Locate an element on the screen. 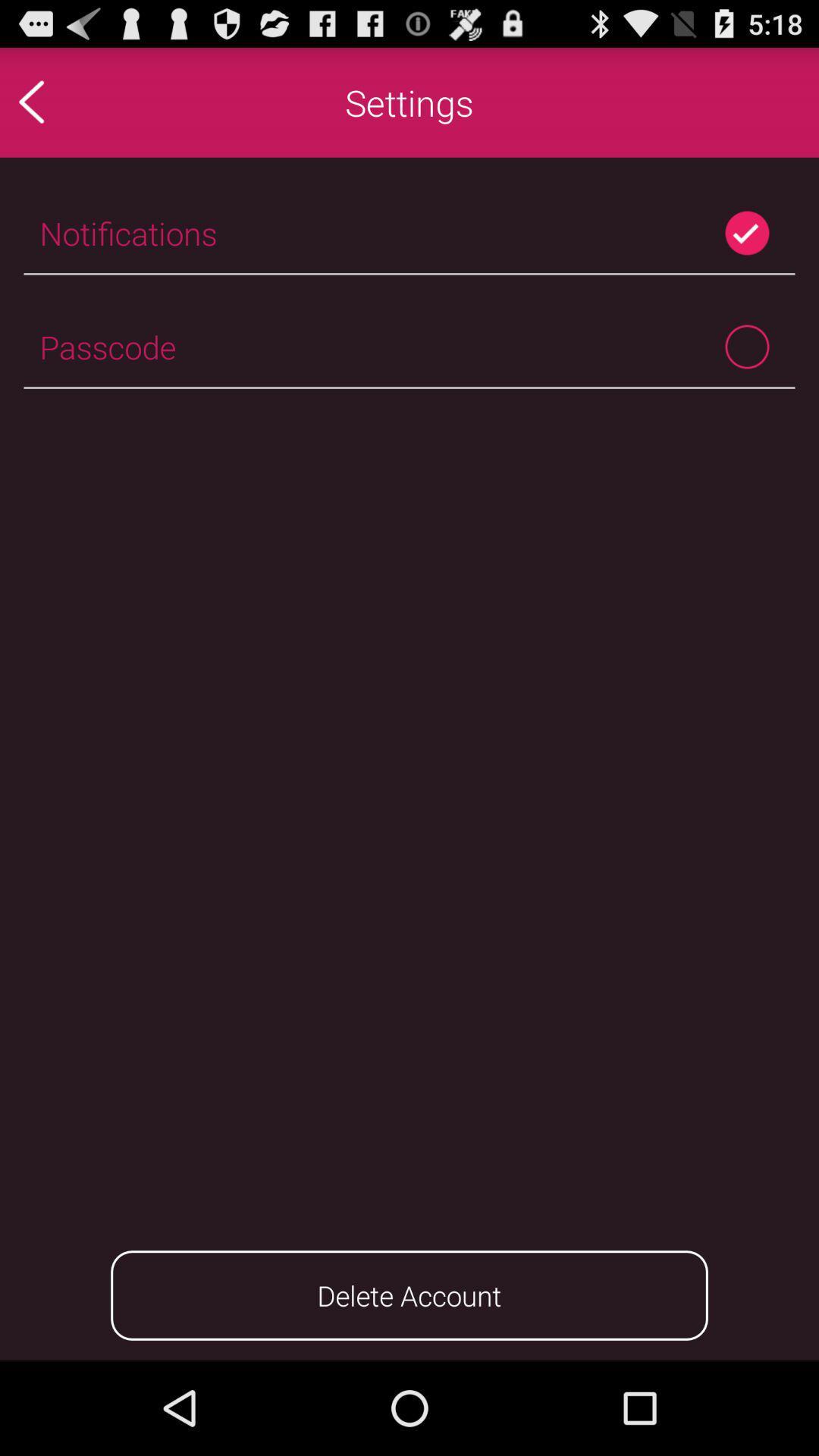 This screenshot has width=819, height=1456. delete account item is located at coordinates (409, 1294).